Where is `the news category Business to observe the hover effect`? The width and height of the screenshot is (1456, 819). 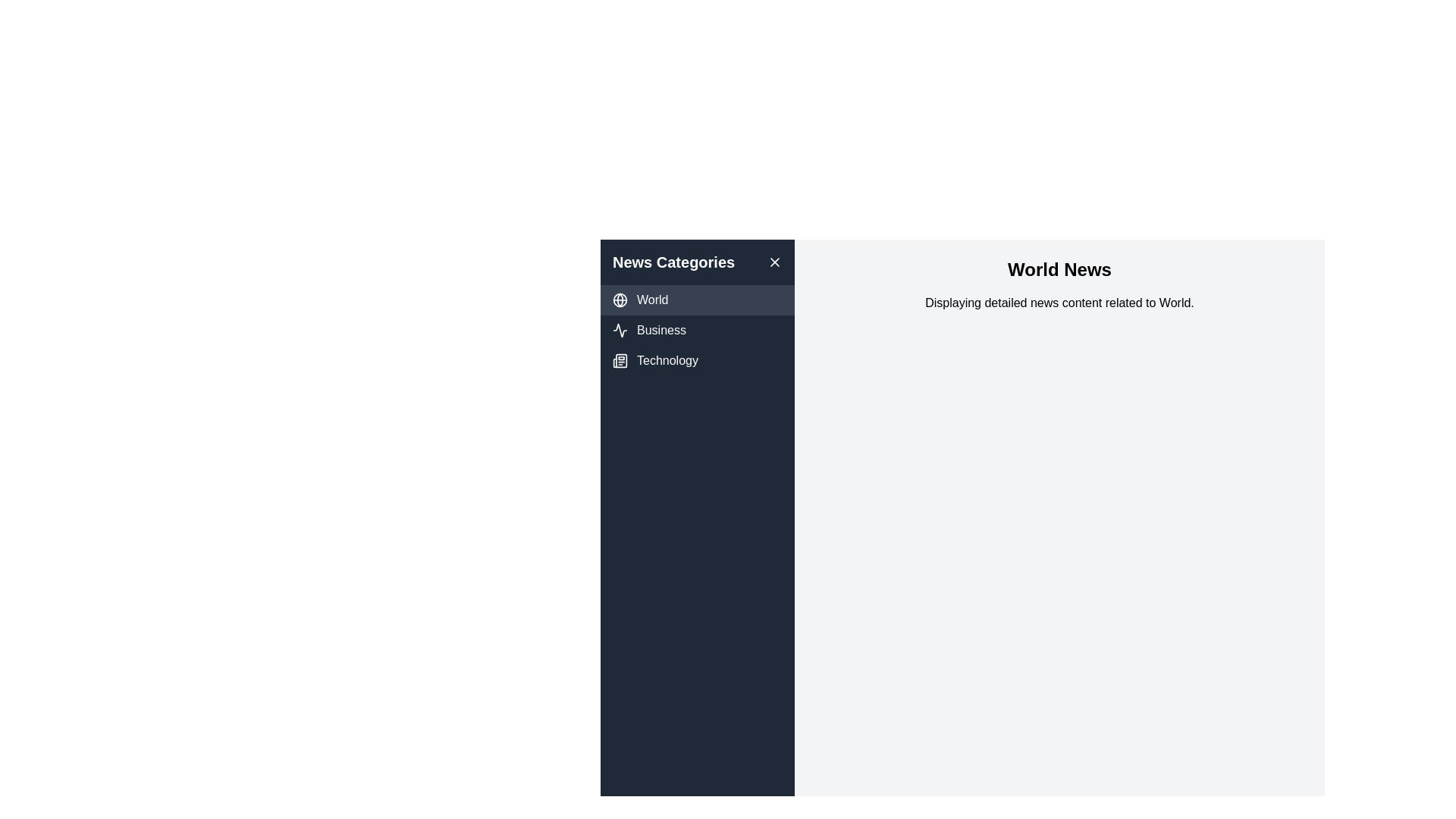
the news category Business to observe the hover effect is located at coordinates (697, 329).